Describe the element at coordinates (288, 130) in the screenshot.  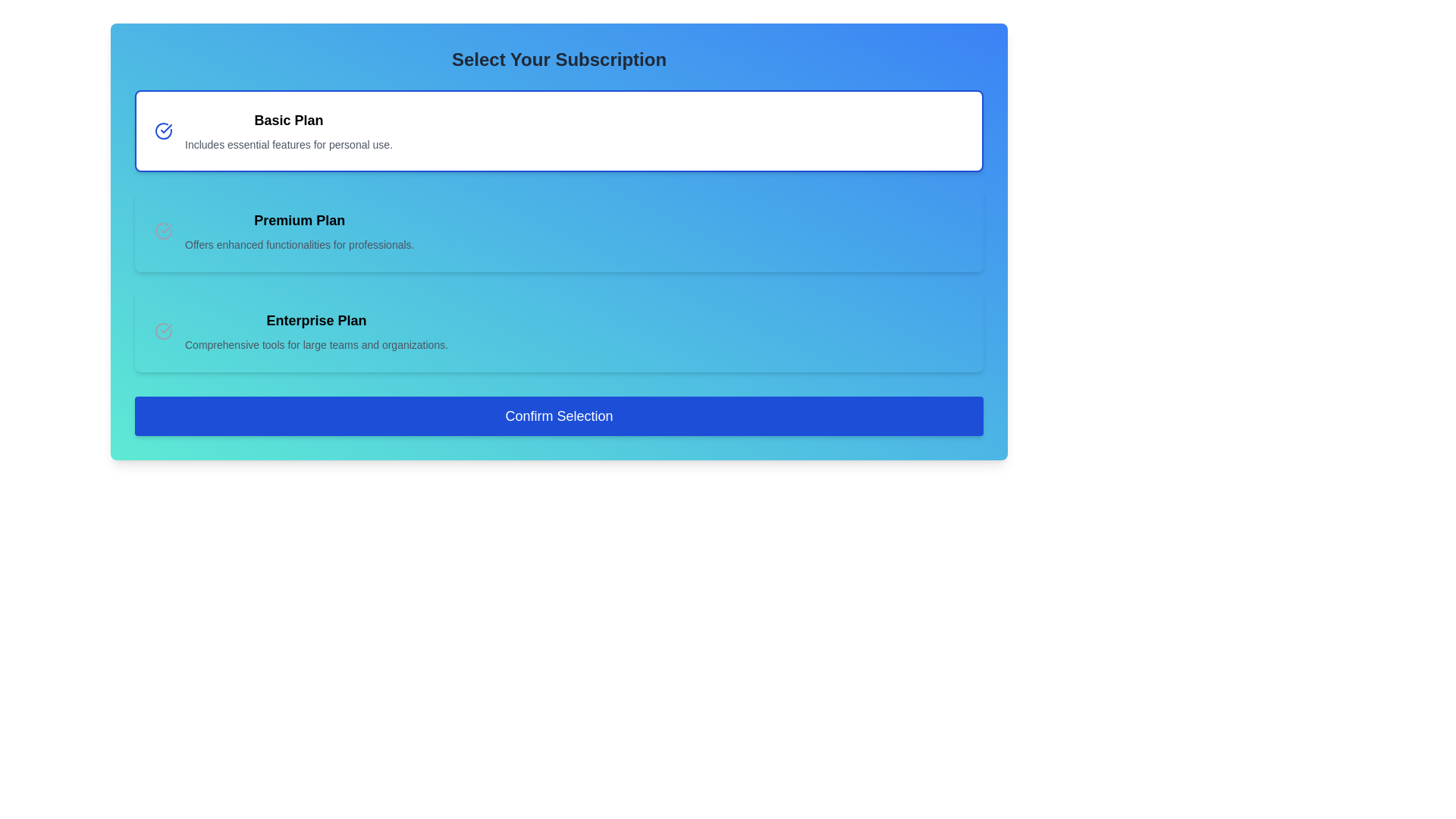
I see `the selectable description summary for the 'Basic Plan' subscription option, which is located in the leftmost selection card above the 'Premium Plan' and 'Enterprise Plan' options` at that location.